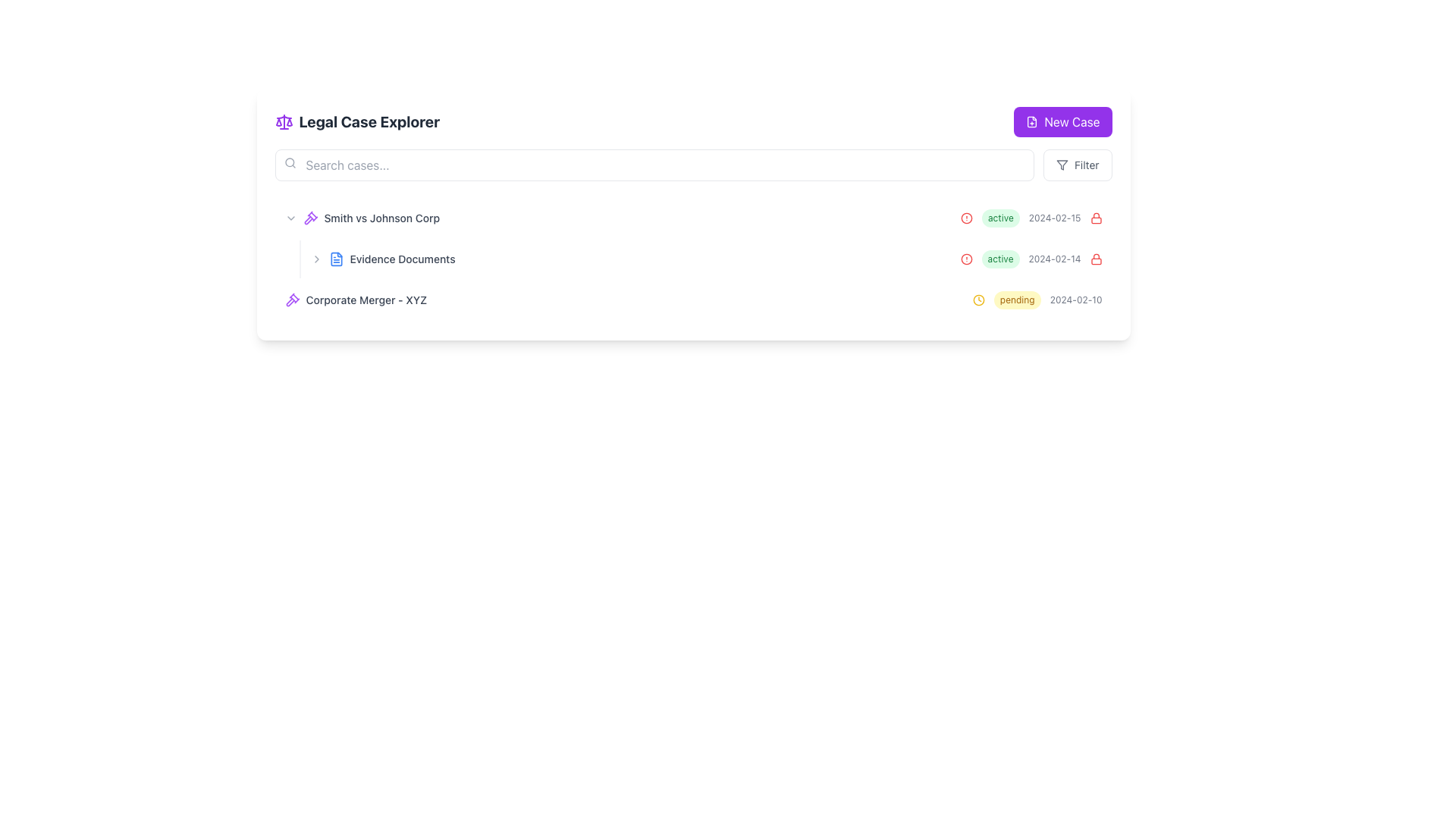 Image resolution: width=1456 pixels, height=819 pixels. What do you see at coordinates (289, 121) in the screenshot?
I see `the filled triangular Decorative icon of the justice scale, which is colored in purple and located in the main navigation bar of the Legal Case Explorer application` at bounding box center [289, 121].